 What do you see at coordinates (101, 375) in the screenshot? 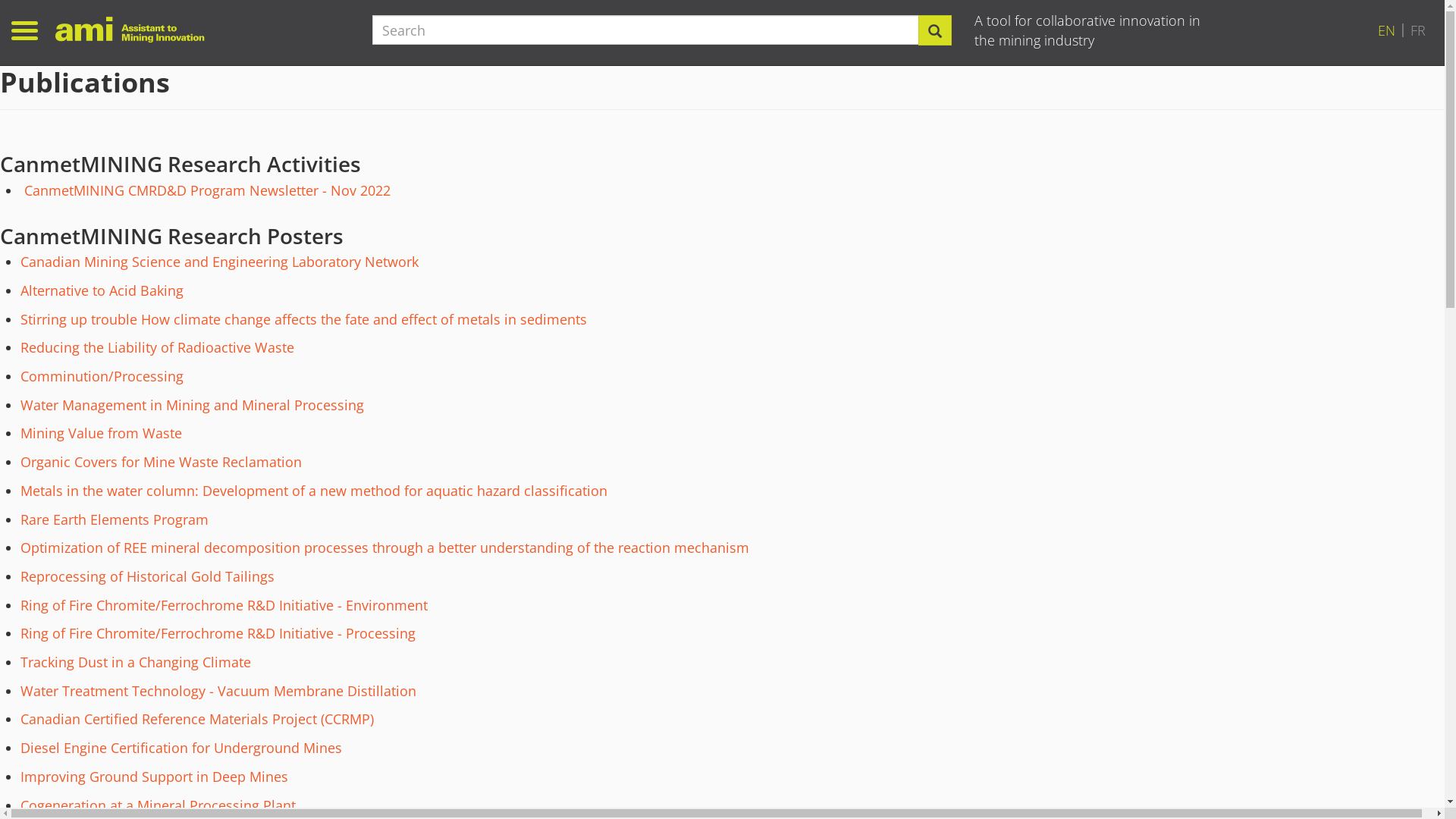
I see `'Comminution/Processing'` at bounding box center [101, 375].